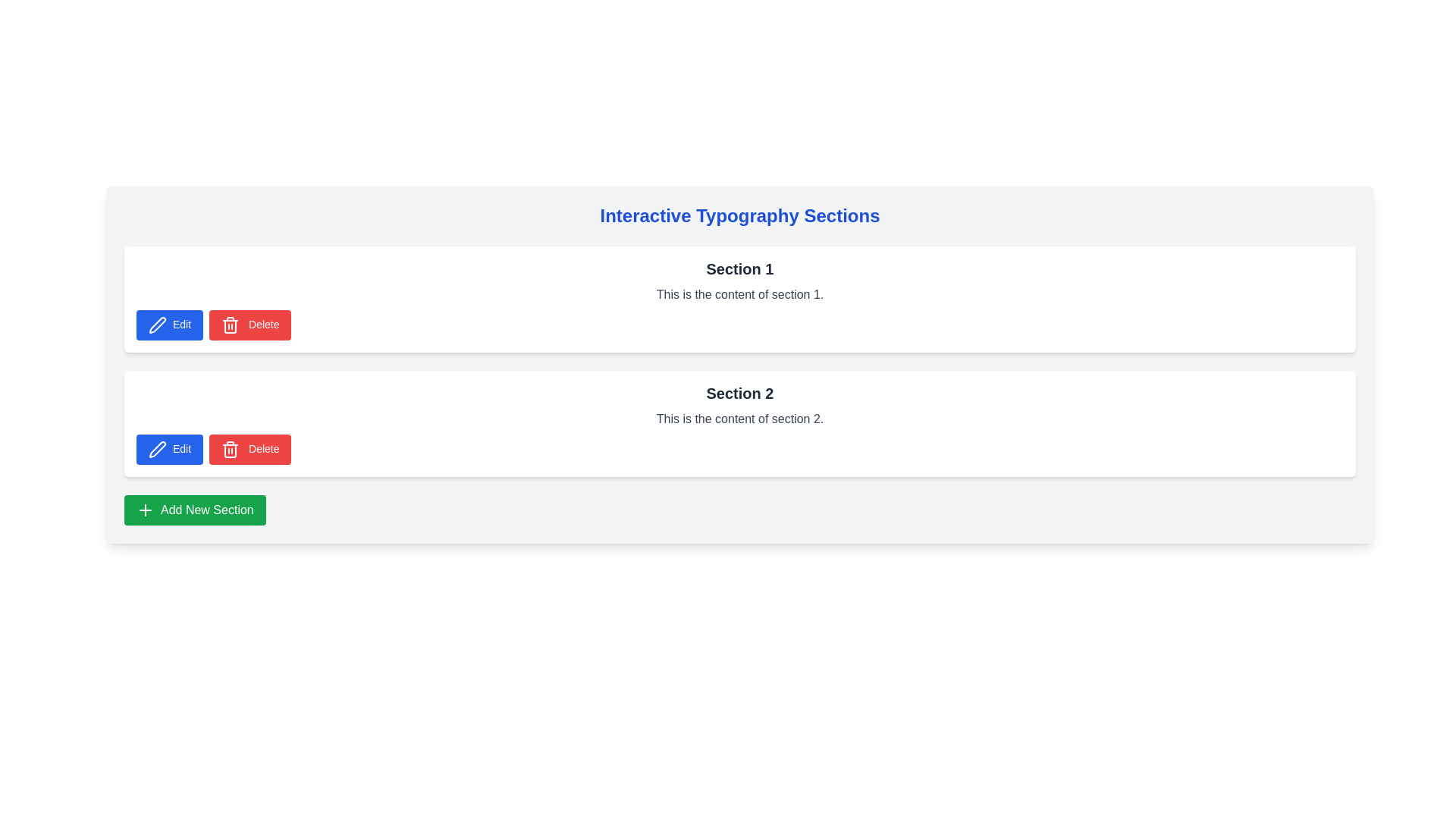 This screenshot has height=819, width=1456. What do you see at coordinates (230, 449) in the screenshot?
I see `the red trashcan icon embedded in the 'Delete' button located under 'Section 1' and 'Section 2'` at bounding box center [230, 449].